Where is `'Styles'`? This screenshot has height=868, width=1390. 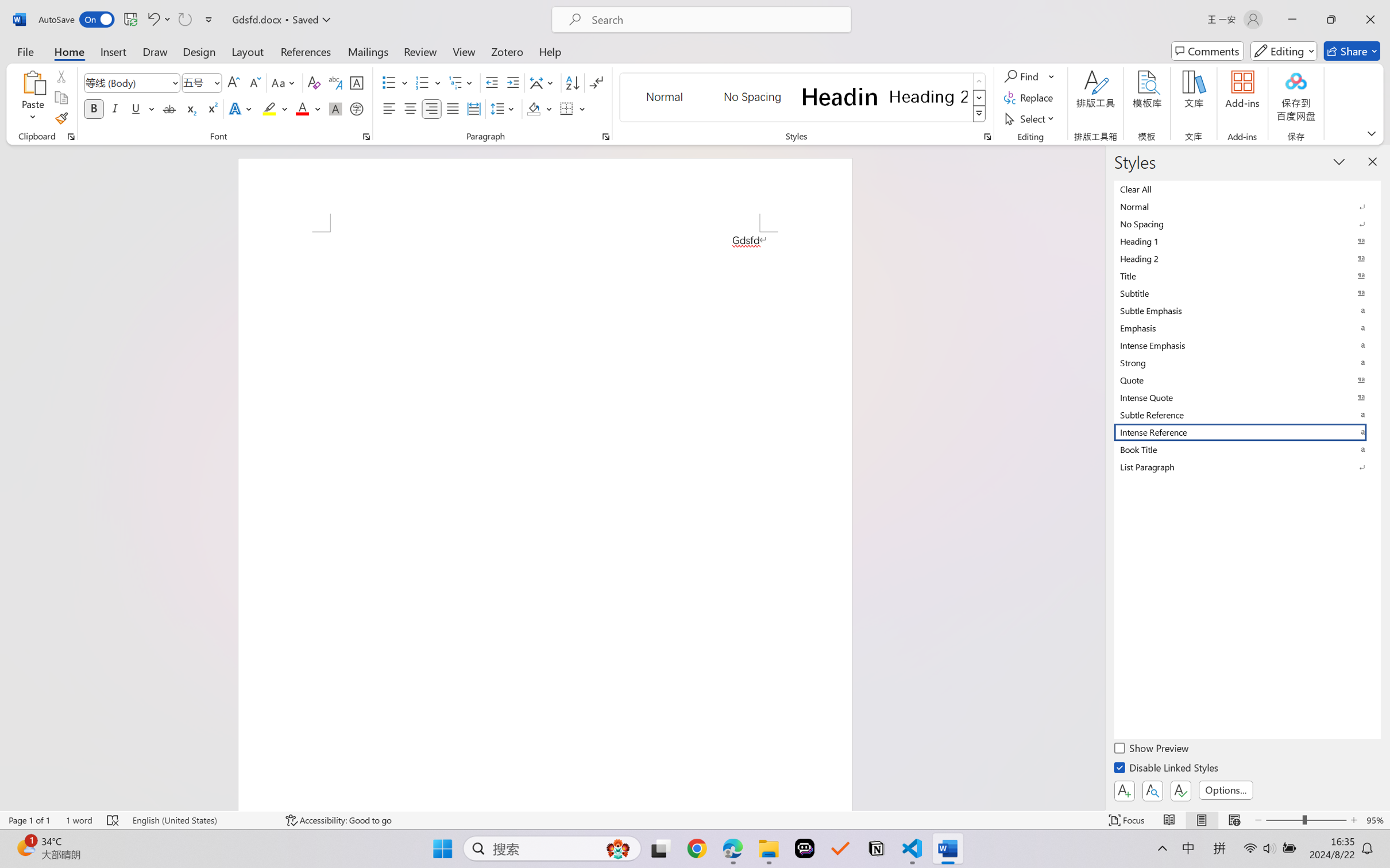
'Styles' is located at coordinates (978, 114).